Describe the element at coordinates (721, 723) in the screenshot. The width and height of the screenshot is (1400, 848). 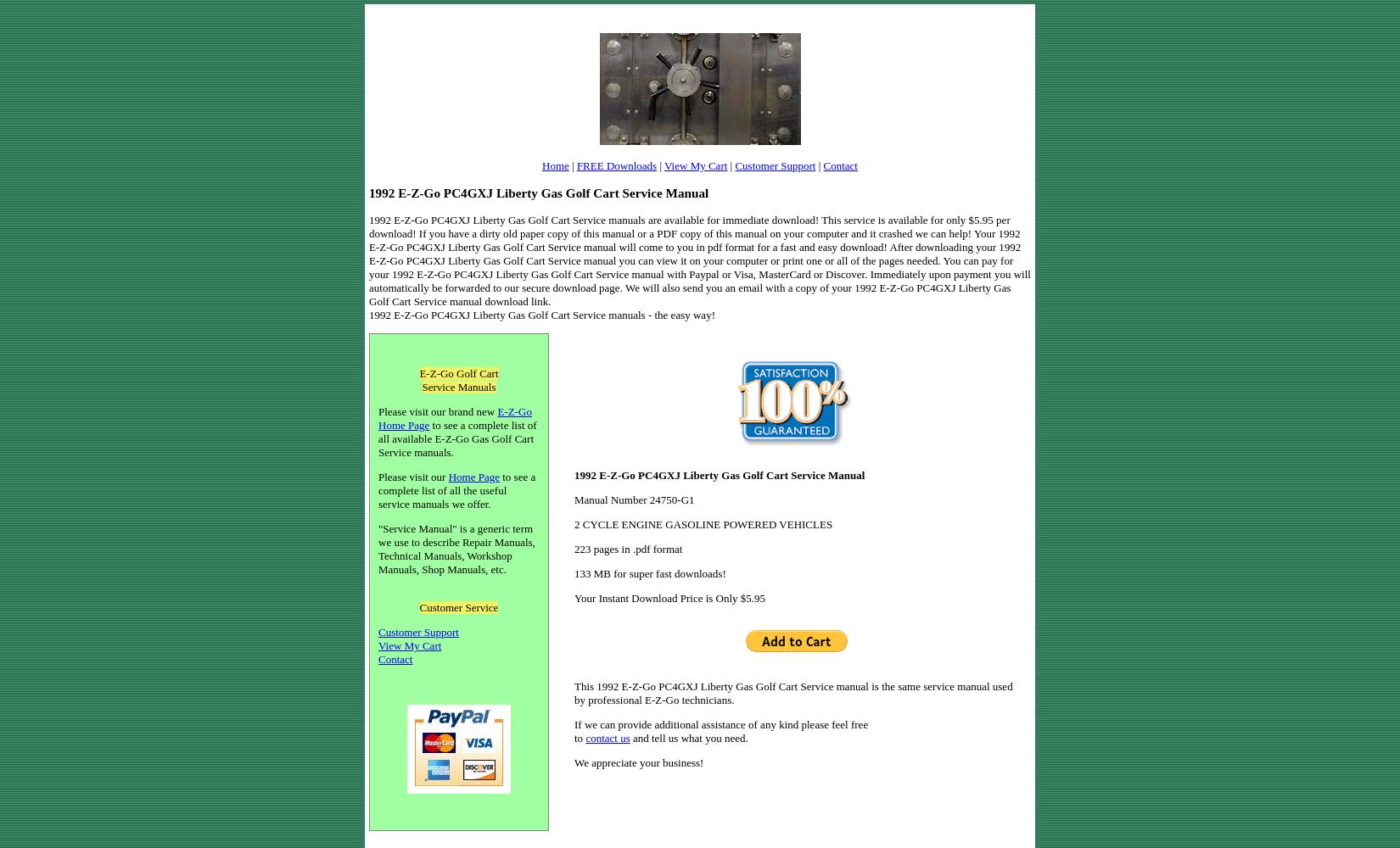
I see `'If we can provide additional assistance of any kind please feel free'` at that location.